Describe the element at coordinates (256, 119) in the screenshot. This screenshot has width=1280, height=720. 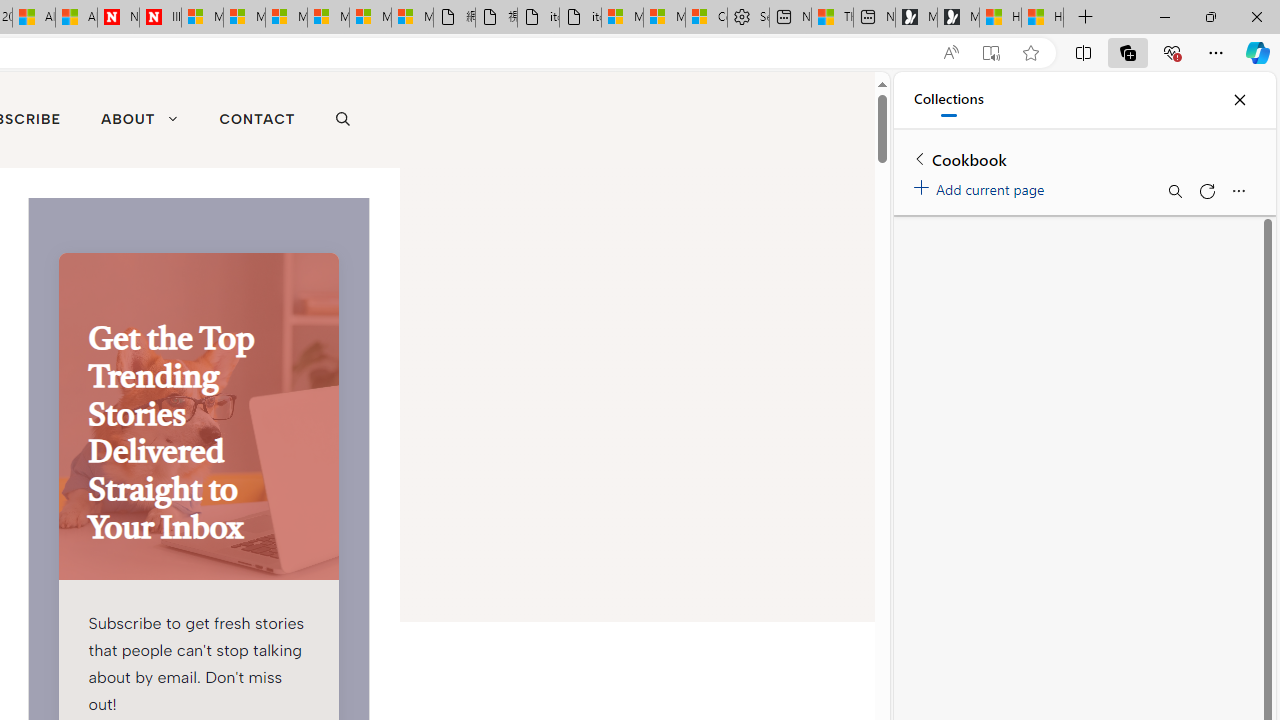
I see `'CONTACT'` at that location.